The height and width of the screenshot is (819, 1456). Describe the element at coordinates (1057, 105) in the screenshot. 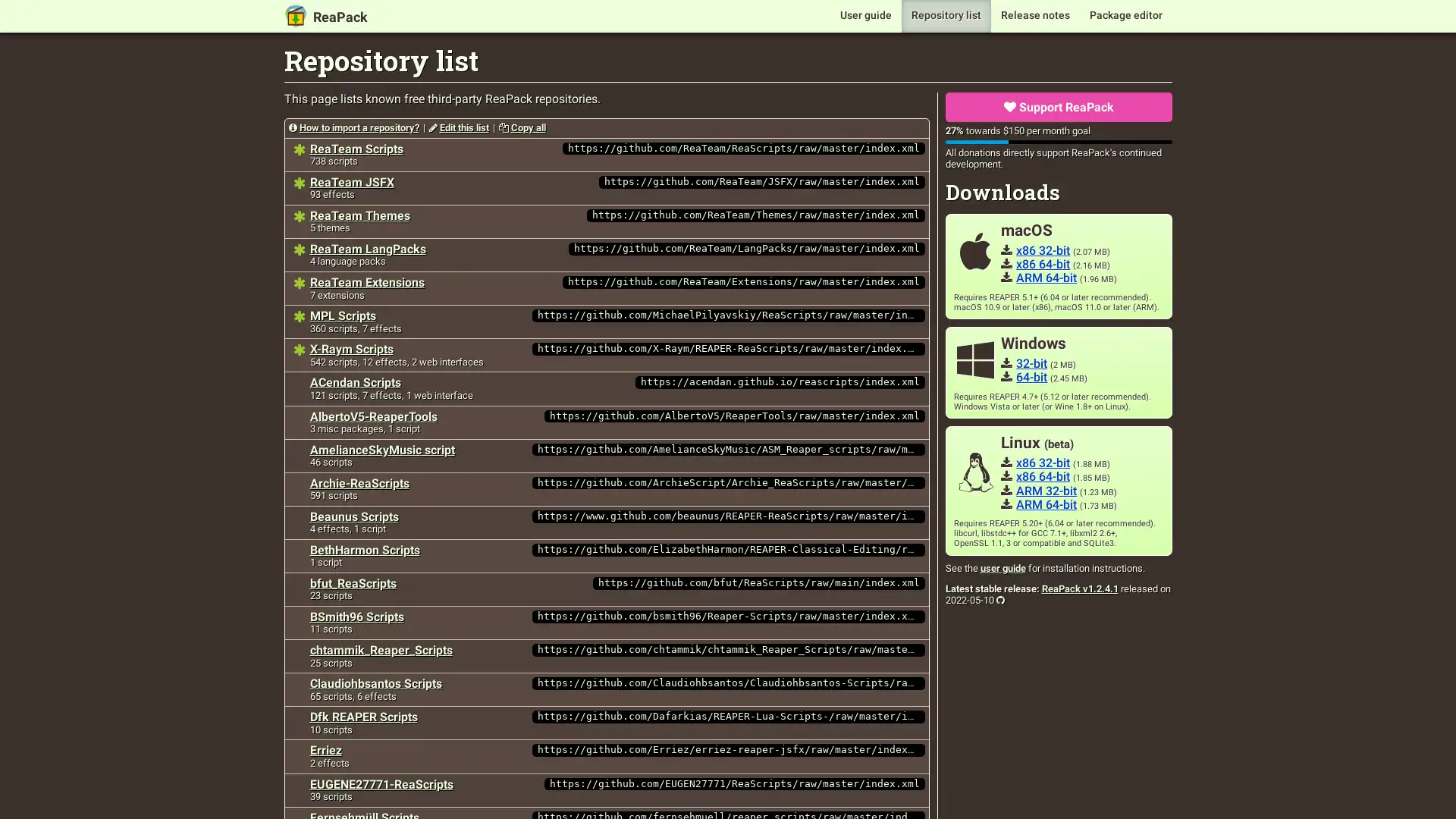

I see `Support ReaPack` at that location.